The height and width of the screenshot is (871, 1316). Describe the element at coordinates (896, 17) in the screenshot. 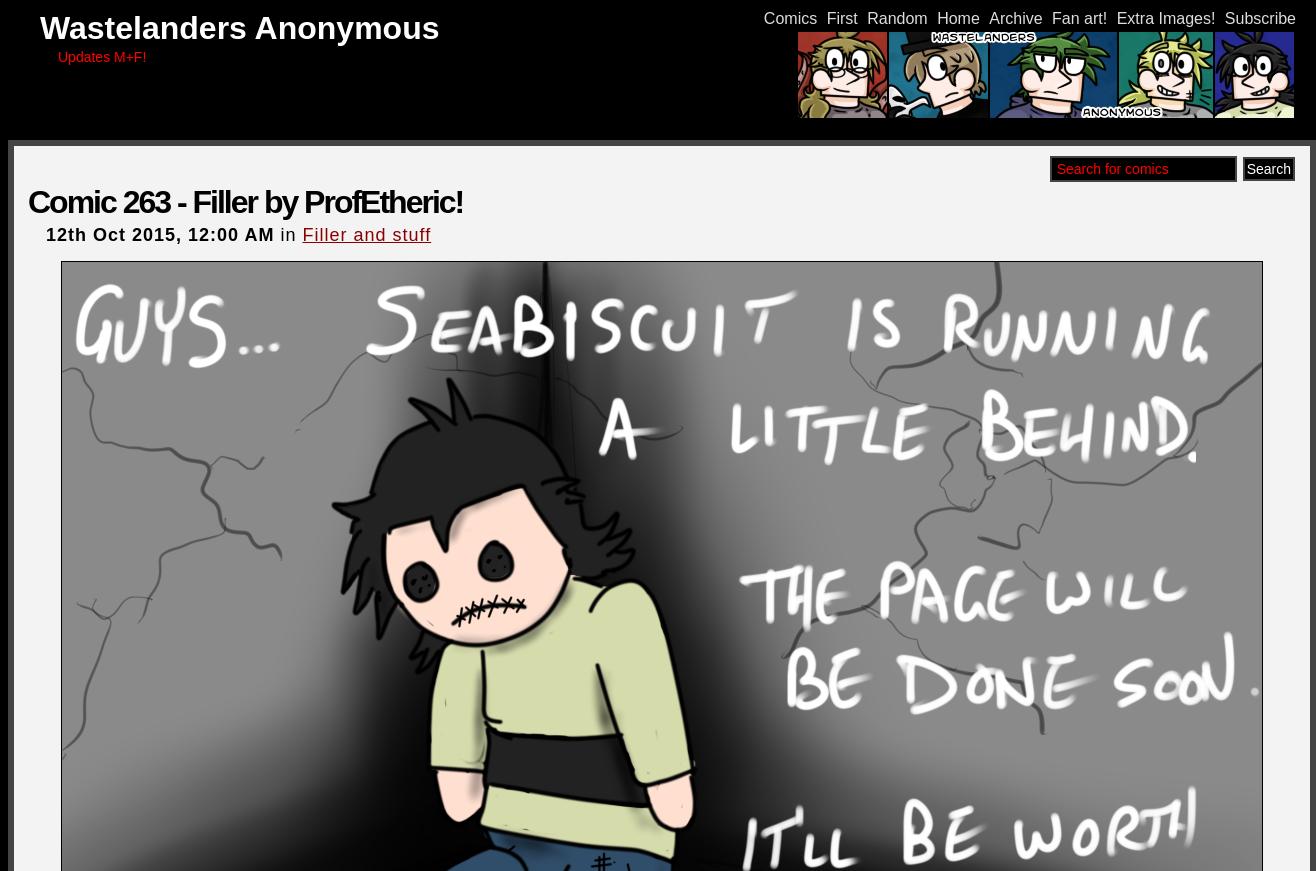

I see `'Random'` at that location.